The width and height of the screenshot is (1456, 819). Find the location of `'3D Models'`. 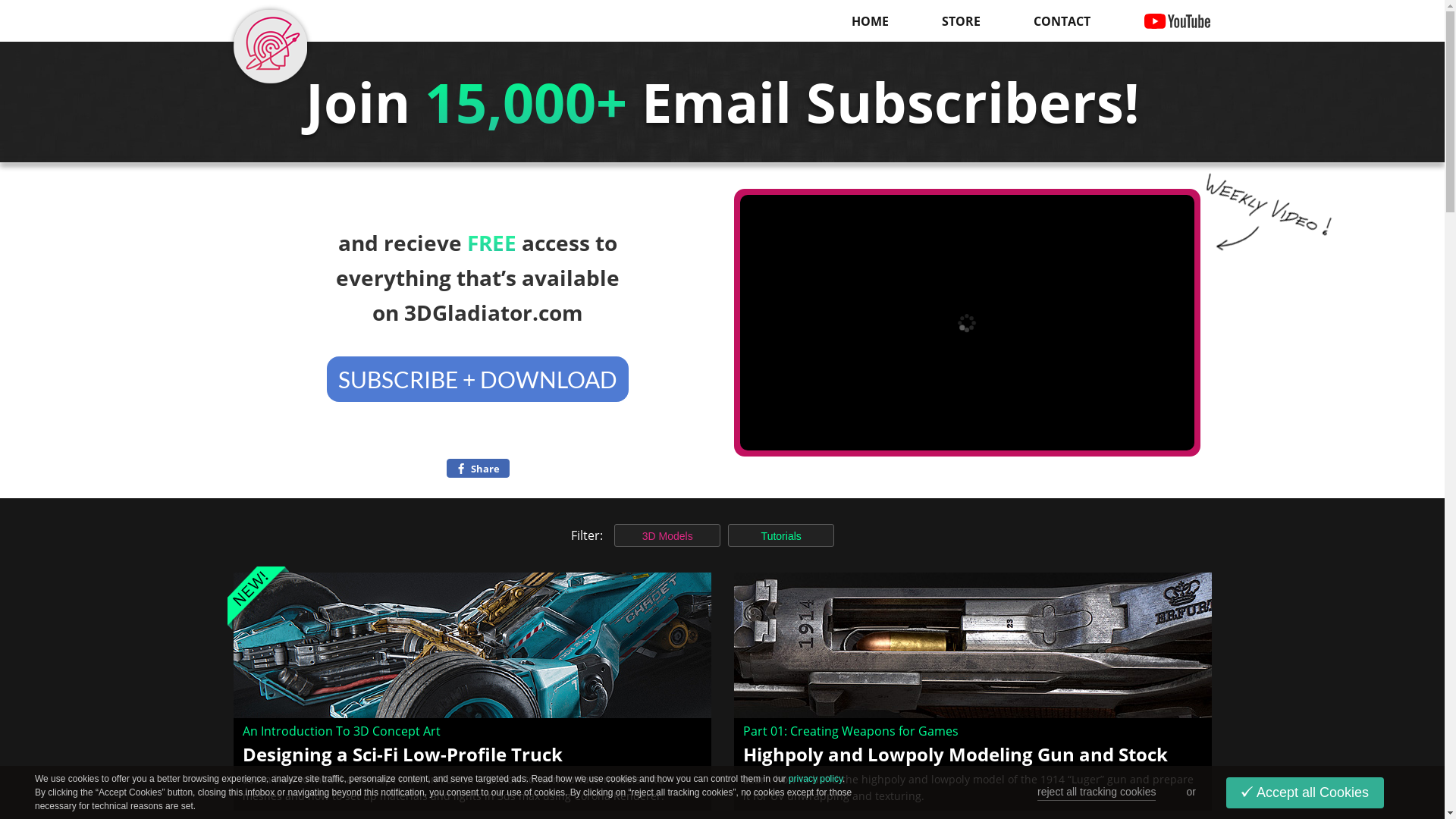

'3D Models' is located at coordinates (667, 534).